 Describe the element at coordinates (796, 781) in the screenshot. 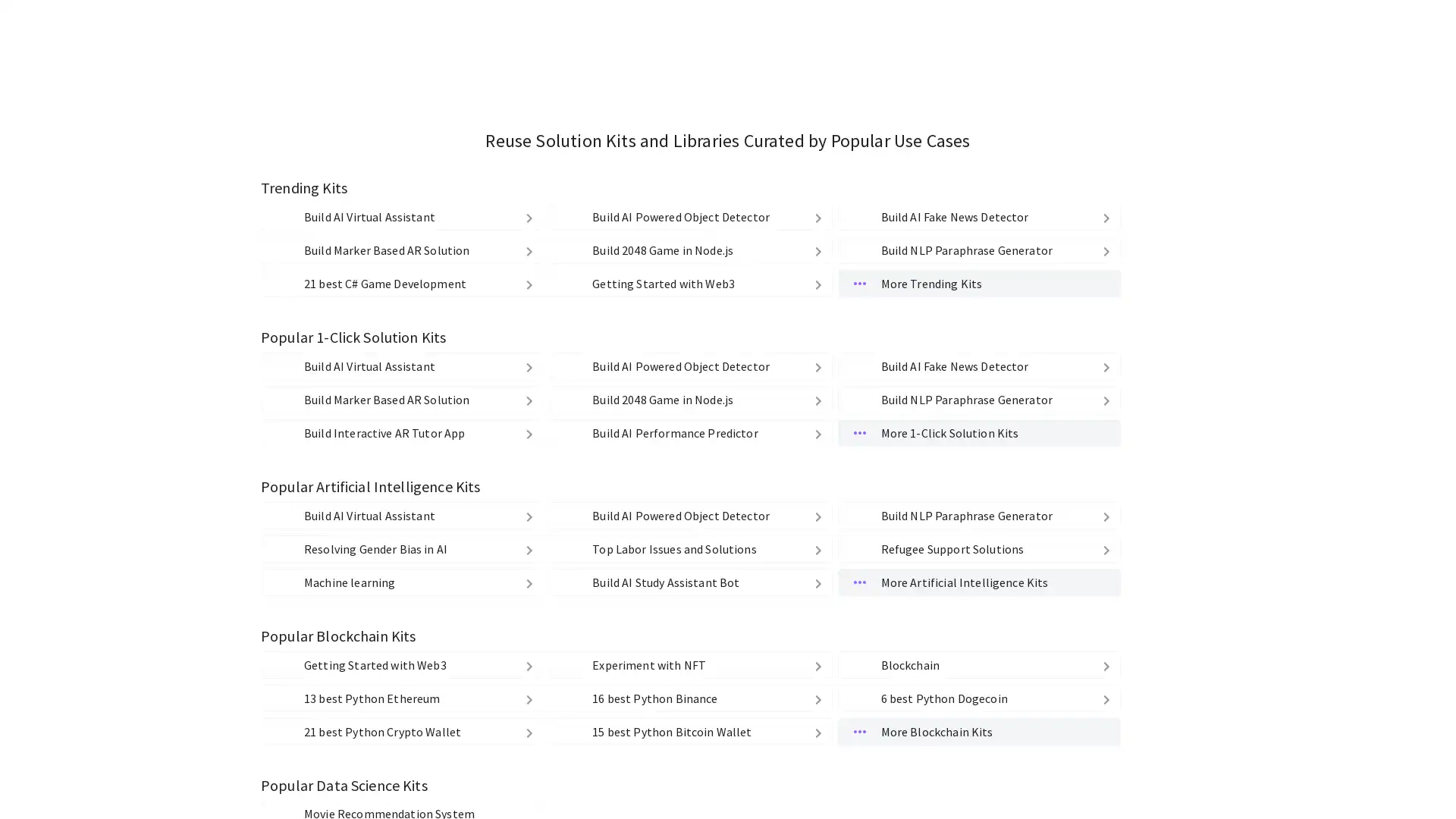

I see `delete` at that location.